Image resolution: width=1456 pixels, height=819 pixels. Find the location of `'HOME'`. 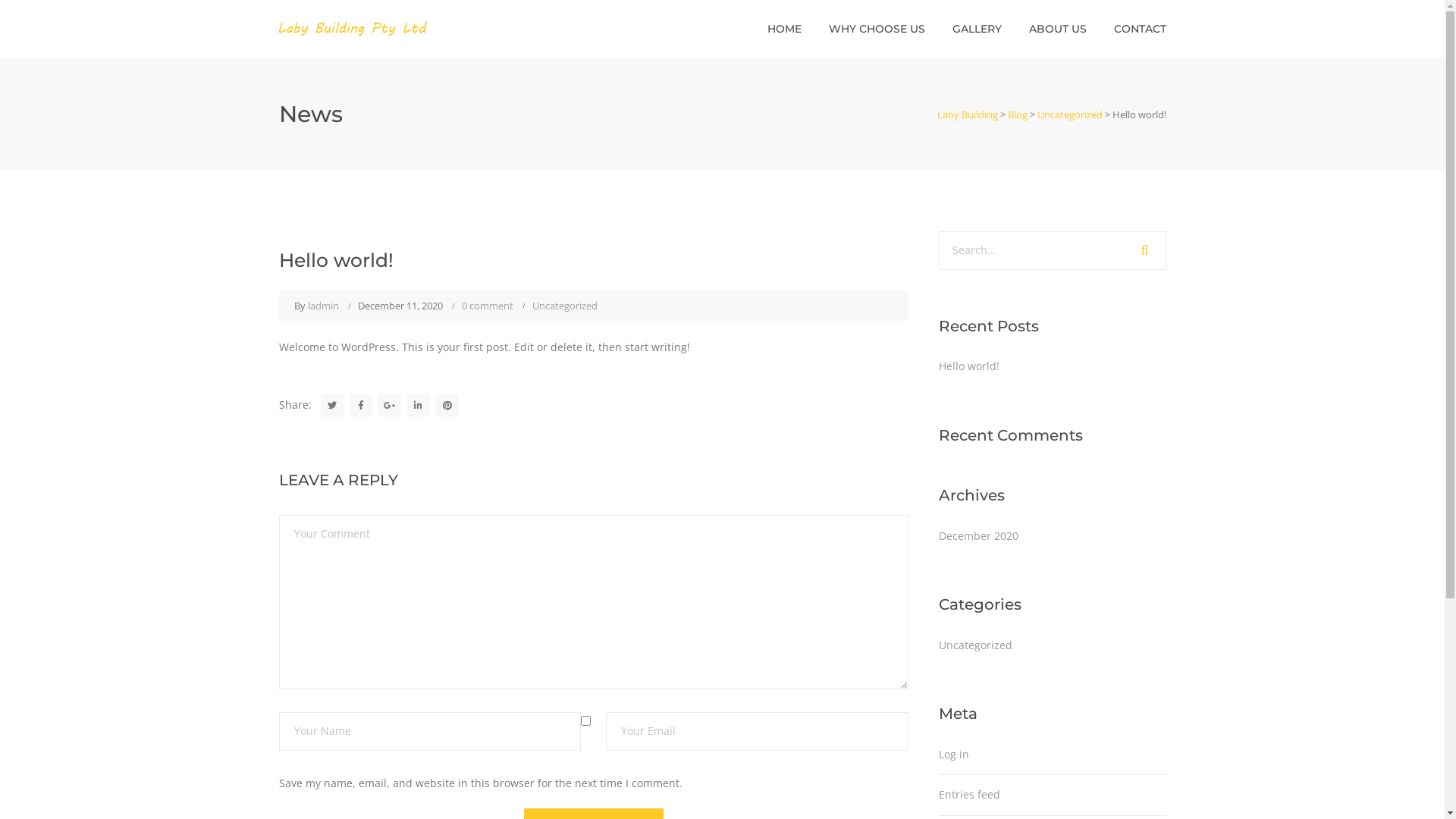

'HOME' is located at coordinates (784, 29).